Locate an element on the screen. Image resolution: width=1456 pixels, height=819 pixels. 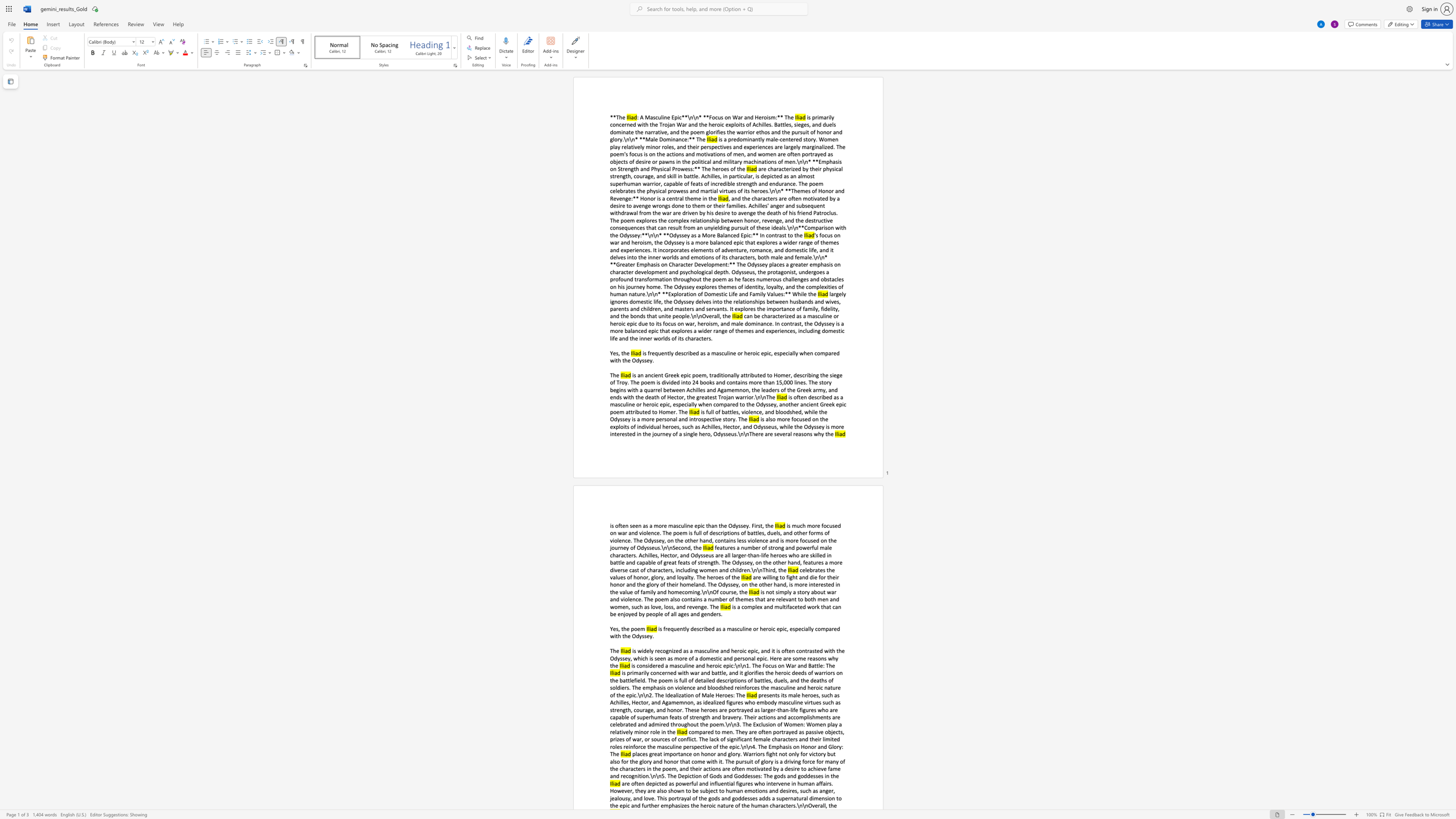
the subset text "ed, while the Odyssey is a more personal a" within the text "battles, violence, and bloodshed, while the Odyssey is a more personal and introspective story. The" is located at coordinates (795, 411).